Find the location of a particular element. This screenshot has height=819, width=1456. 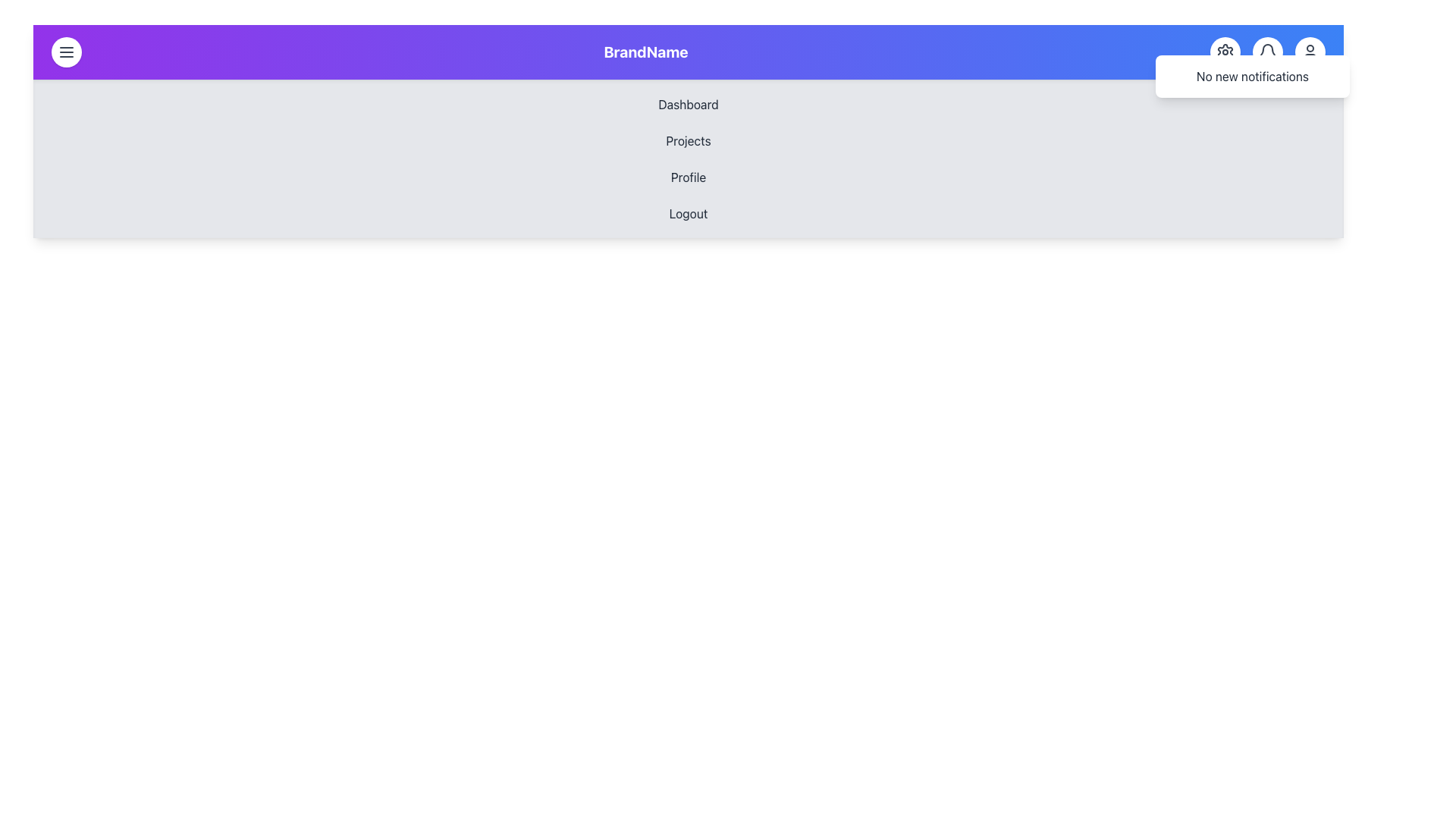

the notification icon located in the top-right corner of the header, which is the second element in a group of three items is located at coordinates (1267, 52).